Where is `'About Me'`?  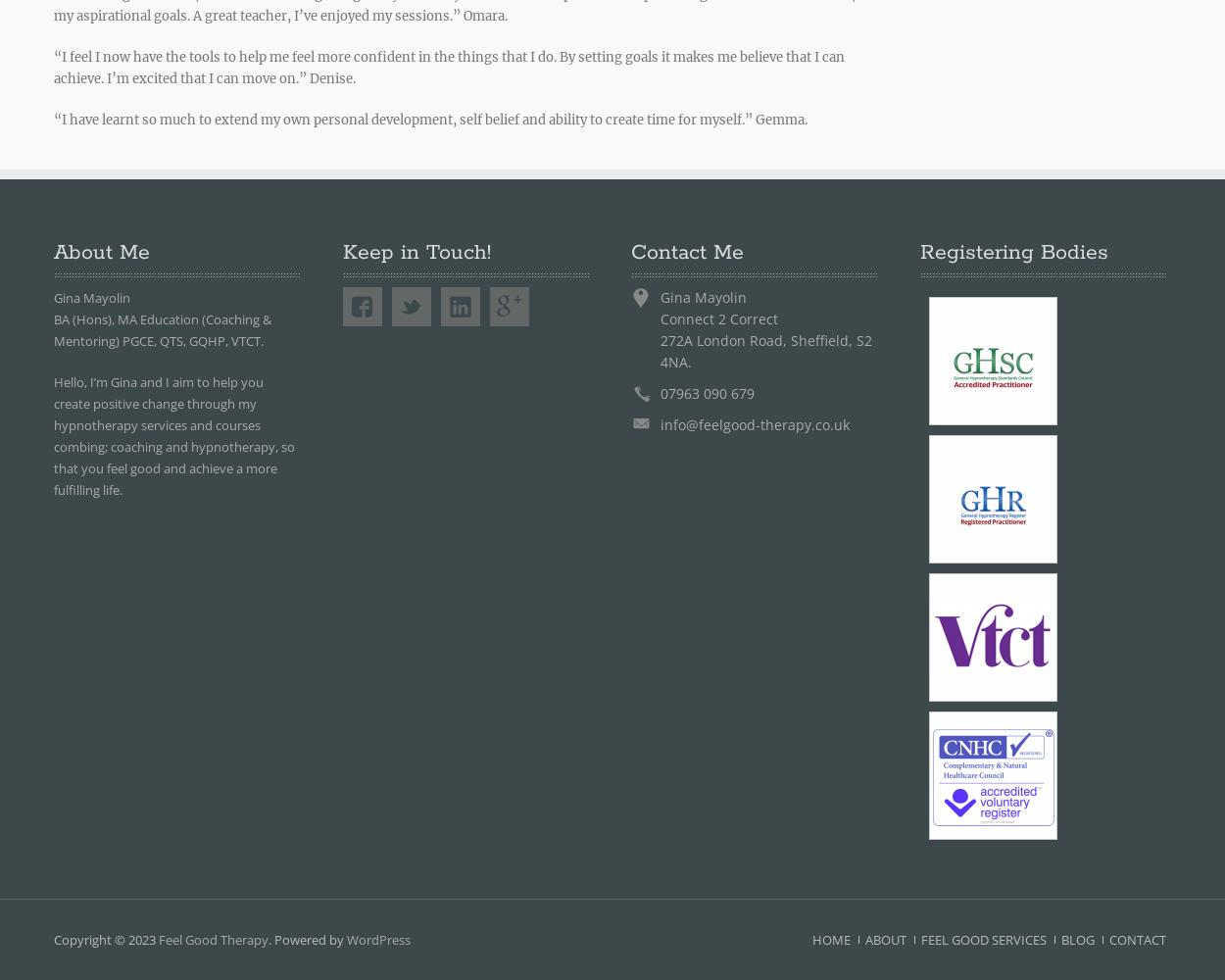 'About Me' is located at coordinates (101, 253).